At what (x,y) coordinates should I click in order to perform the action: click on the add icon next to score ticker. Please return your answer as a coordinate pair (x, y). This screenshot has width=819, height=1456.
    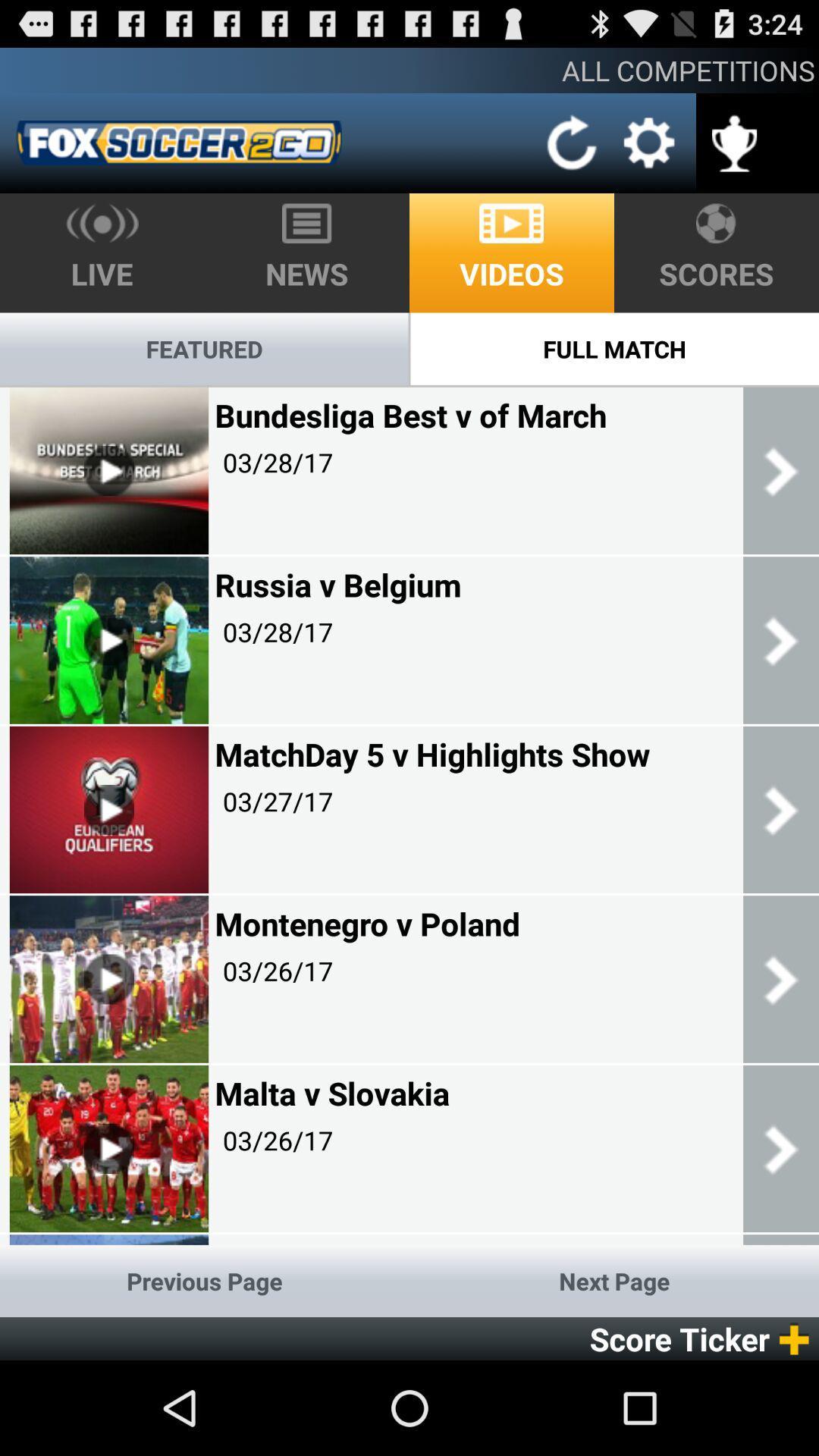
    Looking at the image, I should click on (798, 1339).